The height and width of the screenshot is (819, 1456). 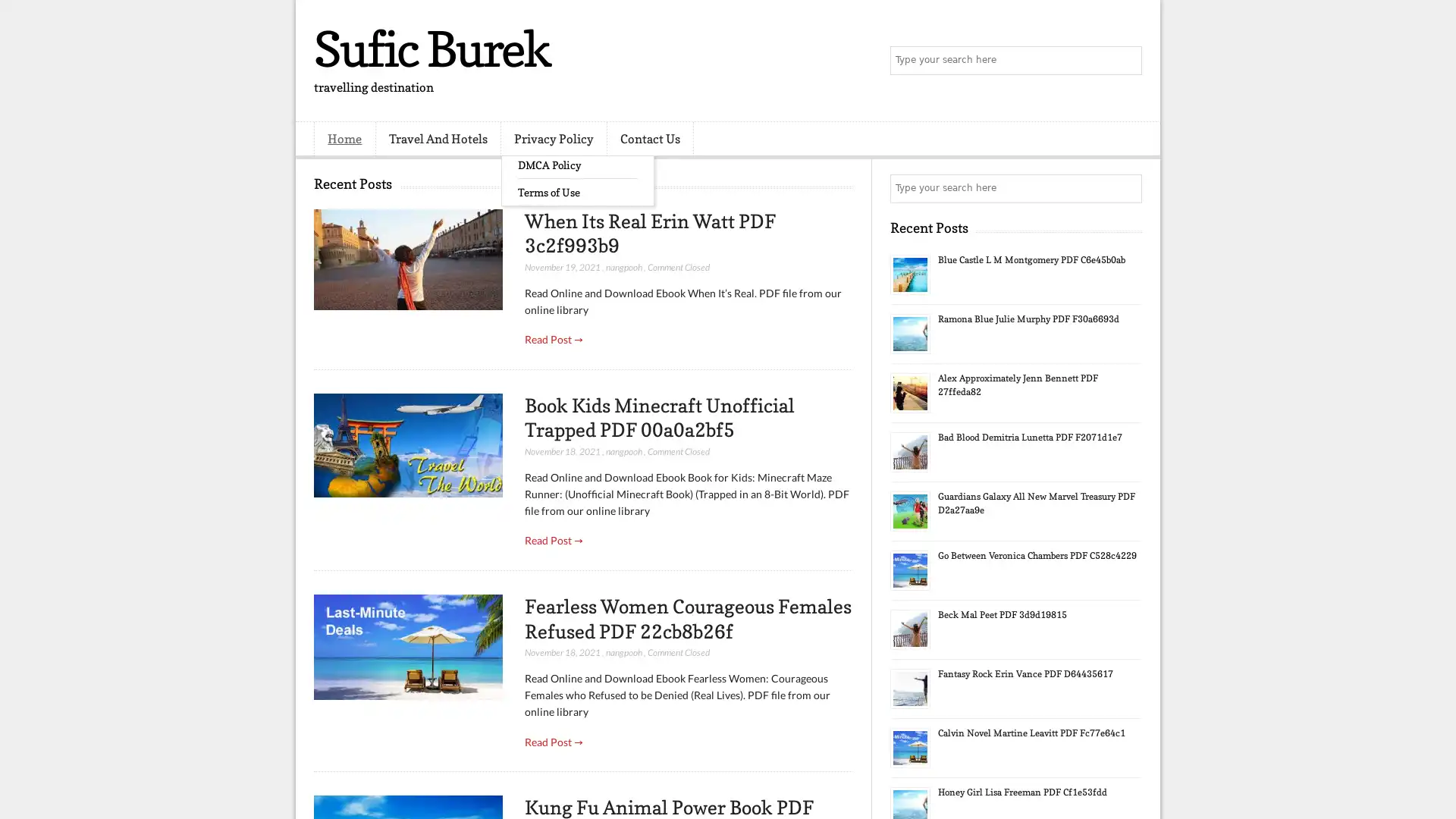 I want to click on Search, so click(x=1126, y=188).